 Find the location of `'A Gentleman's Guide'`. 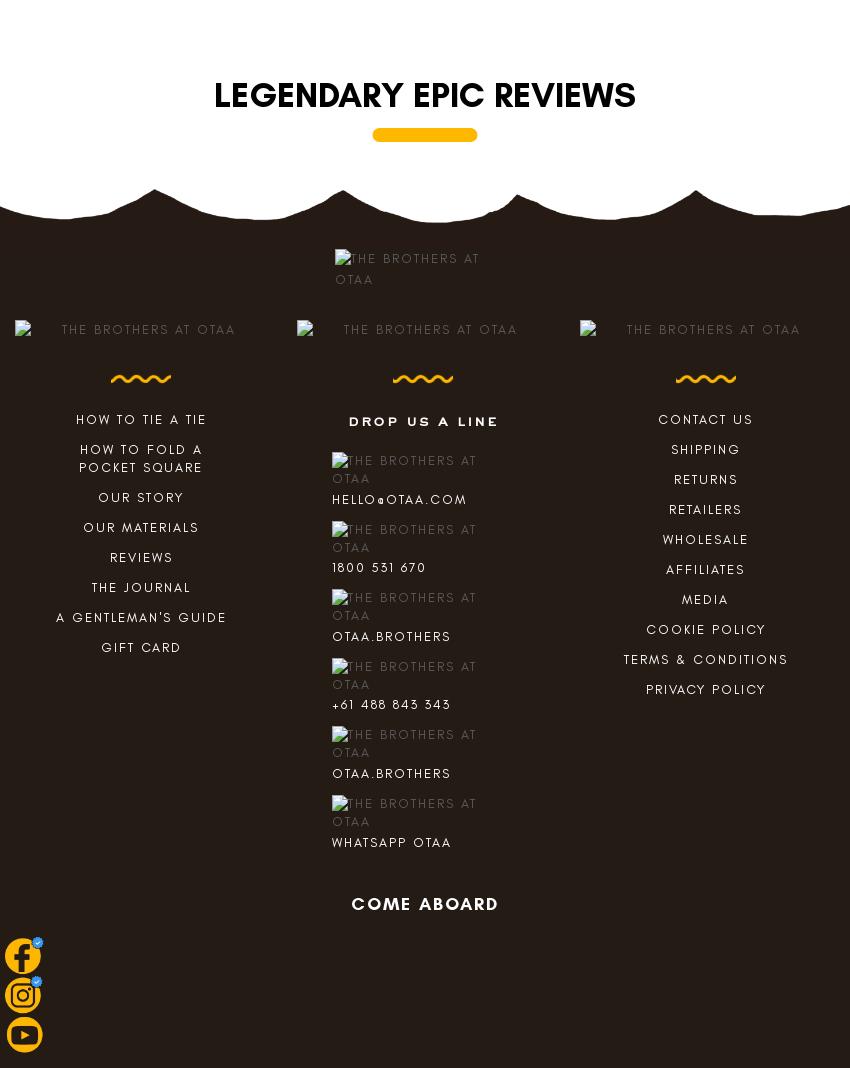

'A Gentleman's Guide' is located at coordinates (140, 616).